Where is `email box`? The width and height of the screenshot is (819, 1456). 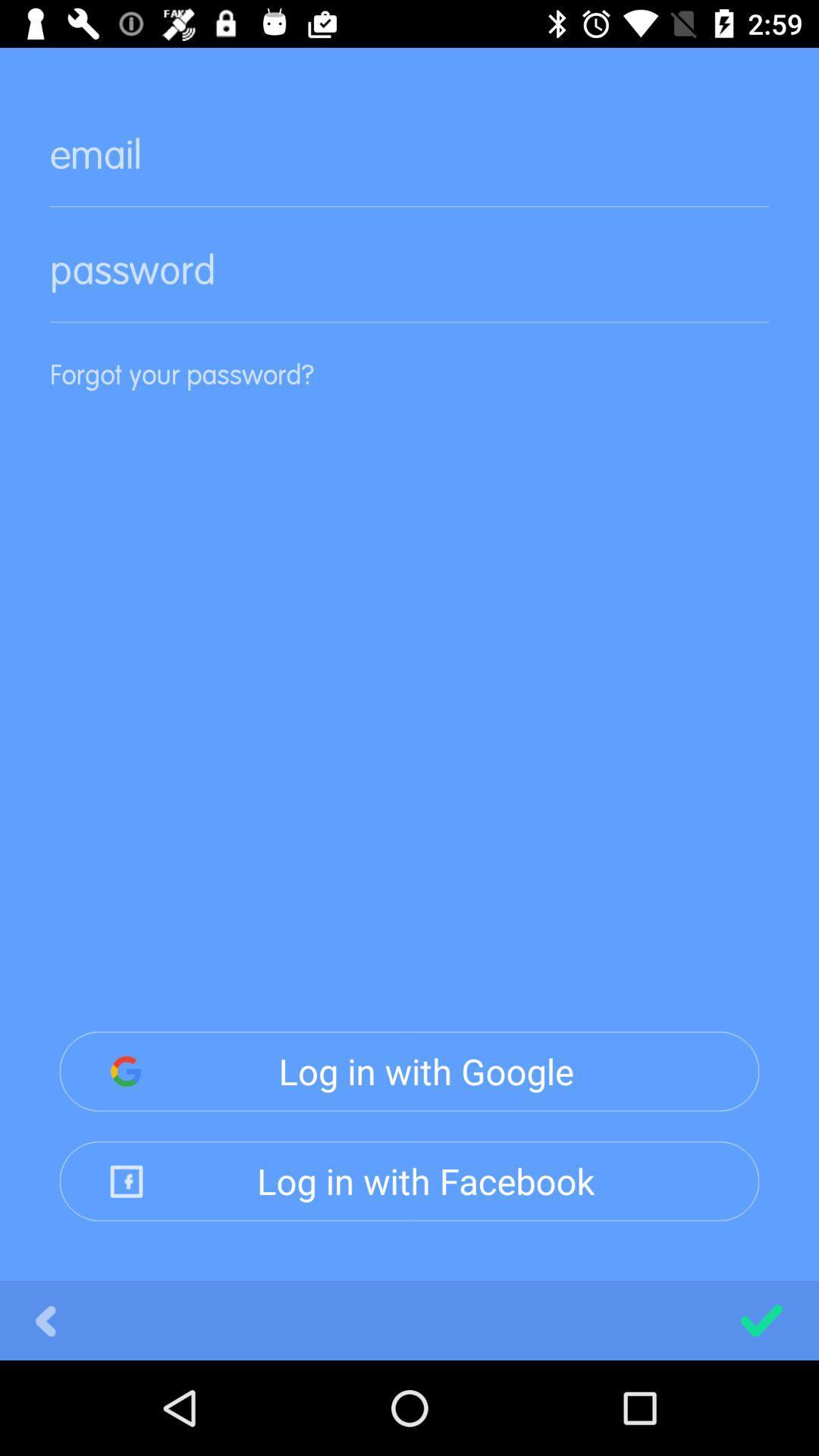
email box is located at coordinates (409, 167).